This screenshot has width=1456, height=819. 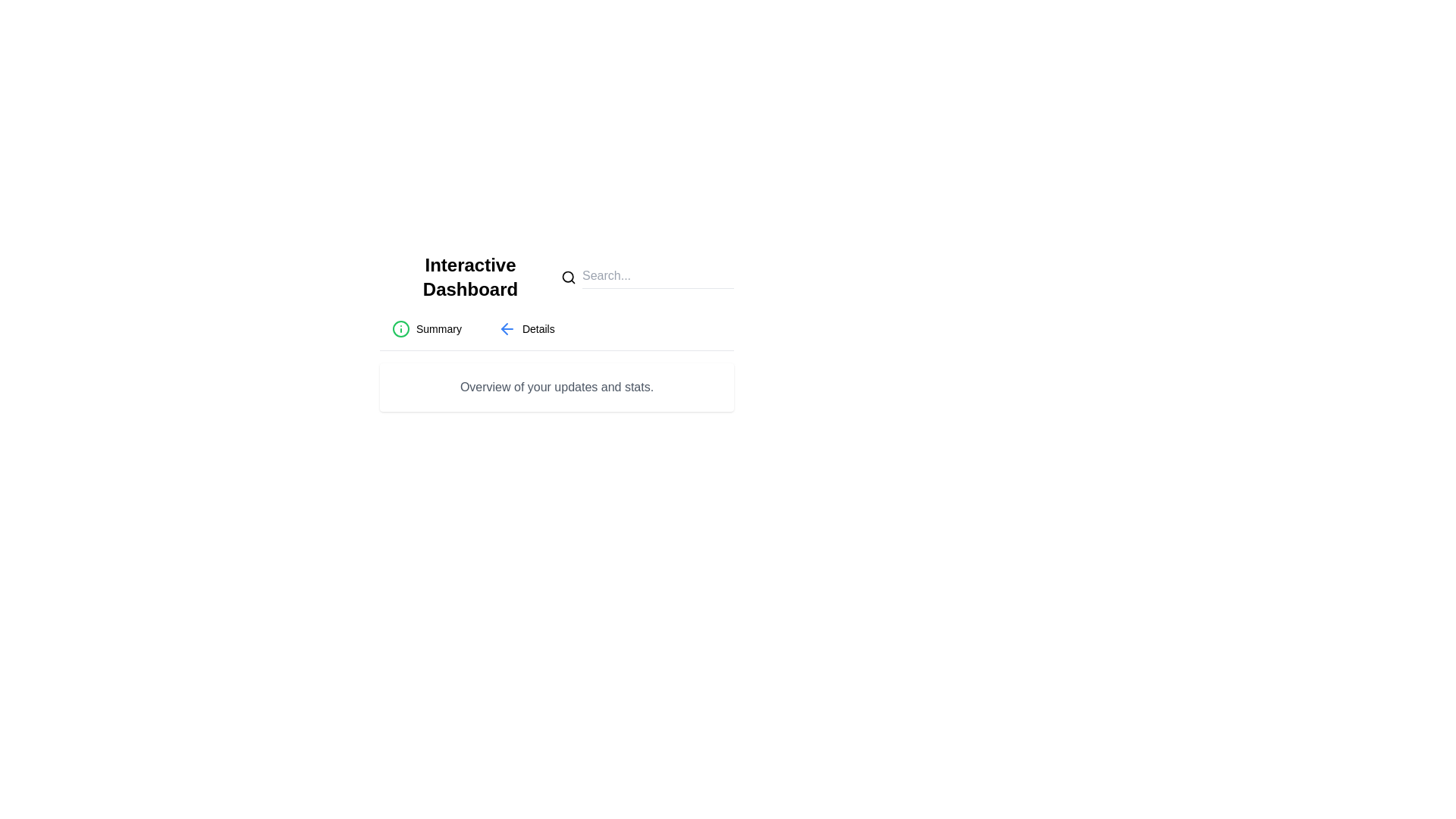 I want to click on the search input field and type the query 'example query', so click(x=658, y=278).